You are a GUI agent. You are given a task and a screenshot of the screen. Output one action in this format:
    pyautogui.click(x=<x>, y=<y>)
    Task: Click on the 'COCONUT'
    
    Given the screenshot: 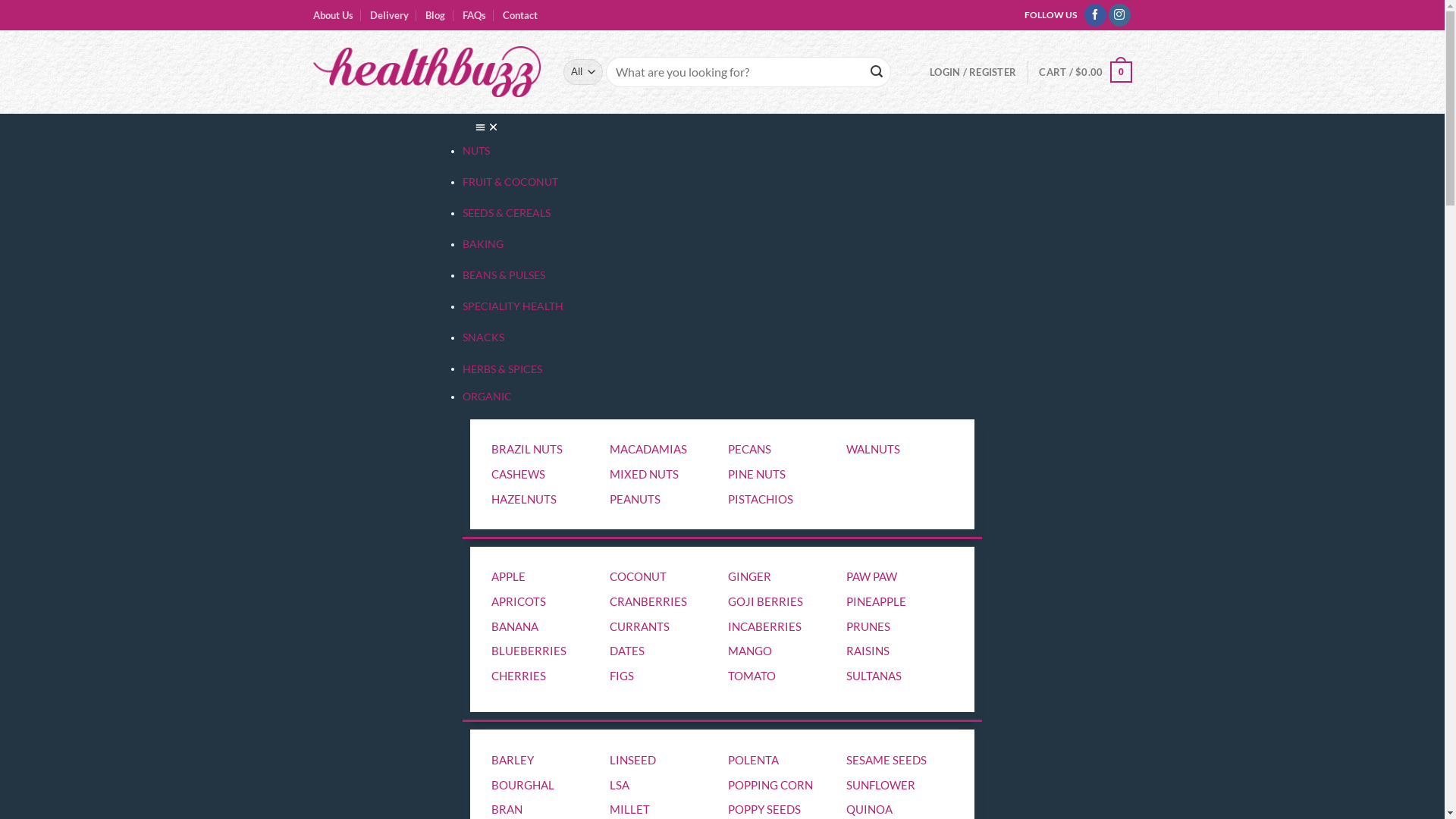 What is the action you would take?
    pyautogui.click(x=638, y=576)
    